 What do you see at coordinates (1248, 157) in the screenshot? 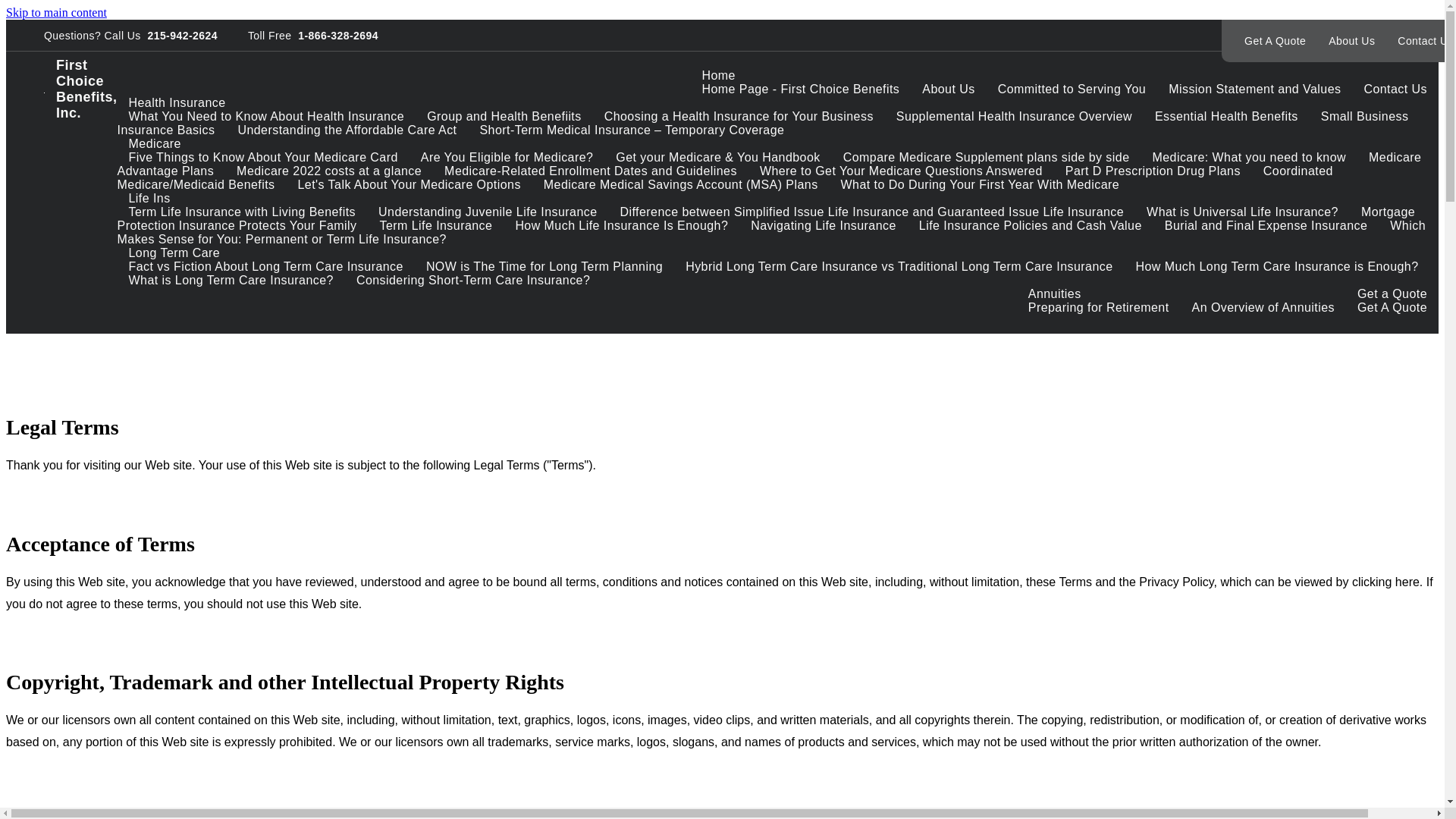
I see `'Medicare: What you need to know'` at bounding box center [1248, 157].